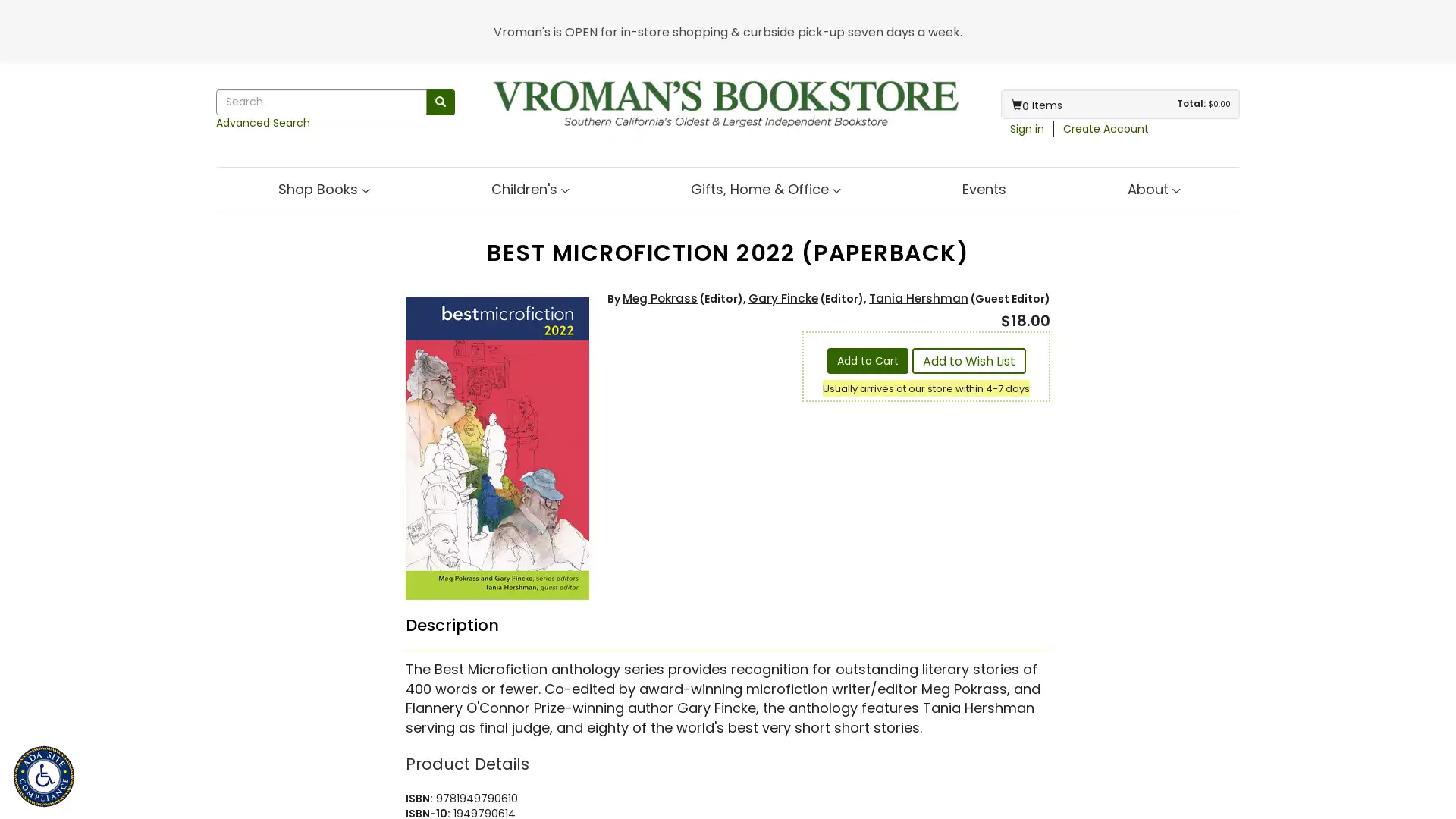 The width and height of the screenshot is (1456, 819). What do you see at coordinates (439, 102) in the screenshot?
I see `Search` at bounding box center [439, 102].